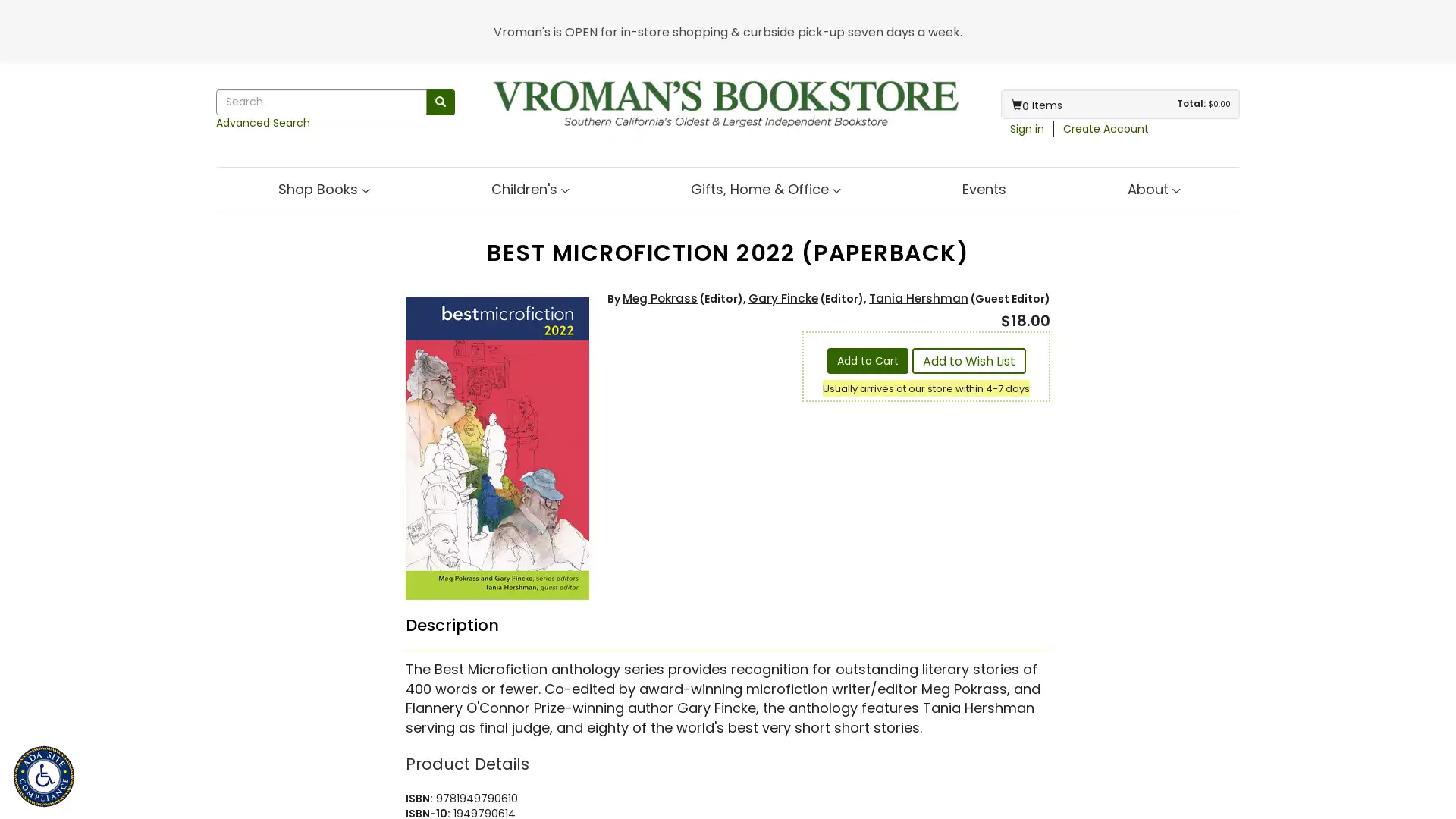 The width and height of the screenshot is (1456, 819). What do you see at coordinates (439, 102) in the screenshot?
I see `Search` at bounding box center [439, 102].